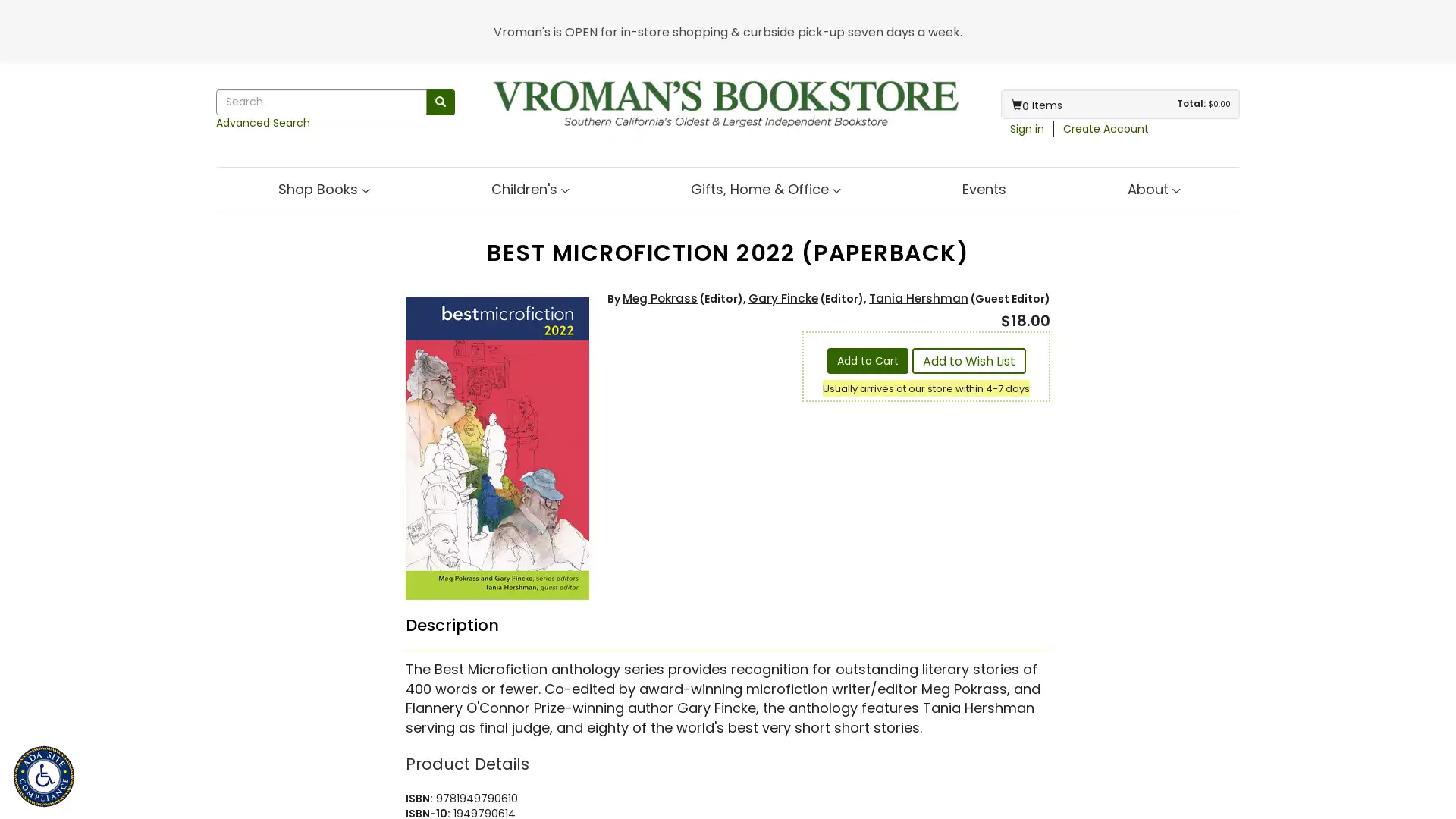 The width and height of the screenshot is (1456, 819). What do you see at coordinates (439, 102) in the screenshot?
I see `Search` at bounding box center [439, 102].